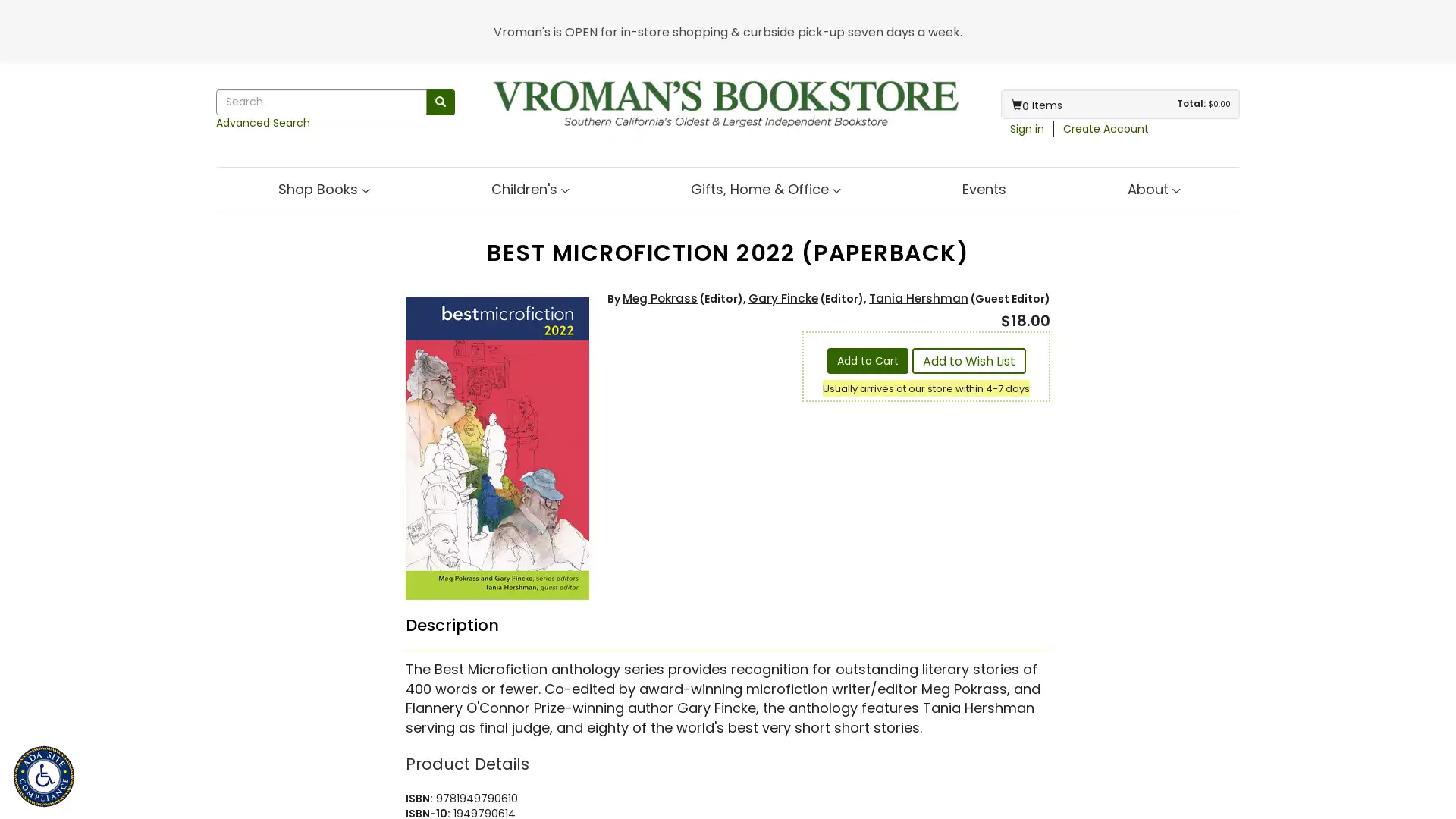 The width and height of the screenshot is (1456, 819). What do you see at coordinates (439, 102) in the screenshot?
I see `Search` at bounding box center [439, 102].